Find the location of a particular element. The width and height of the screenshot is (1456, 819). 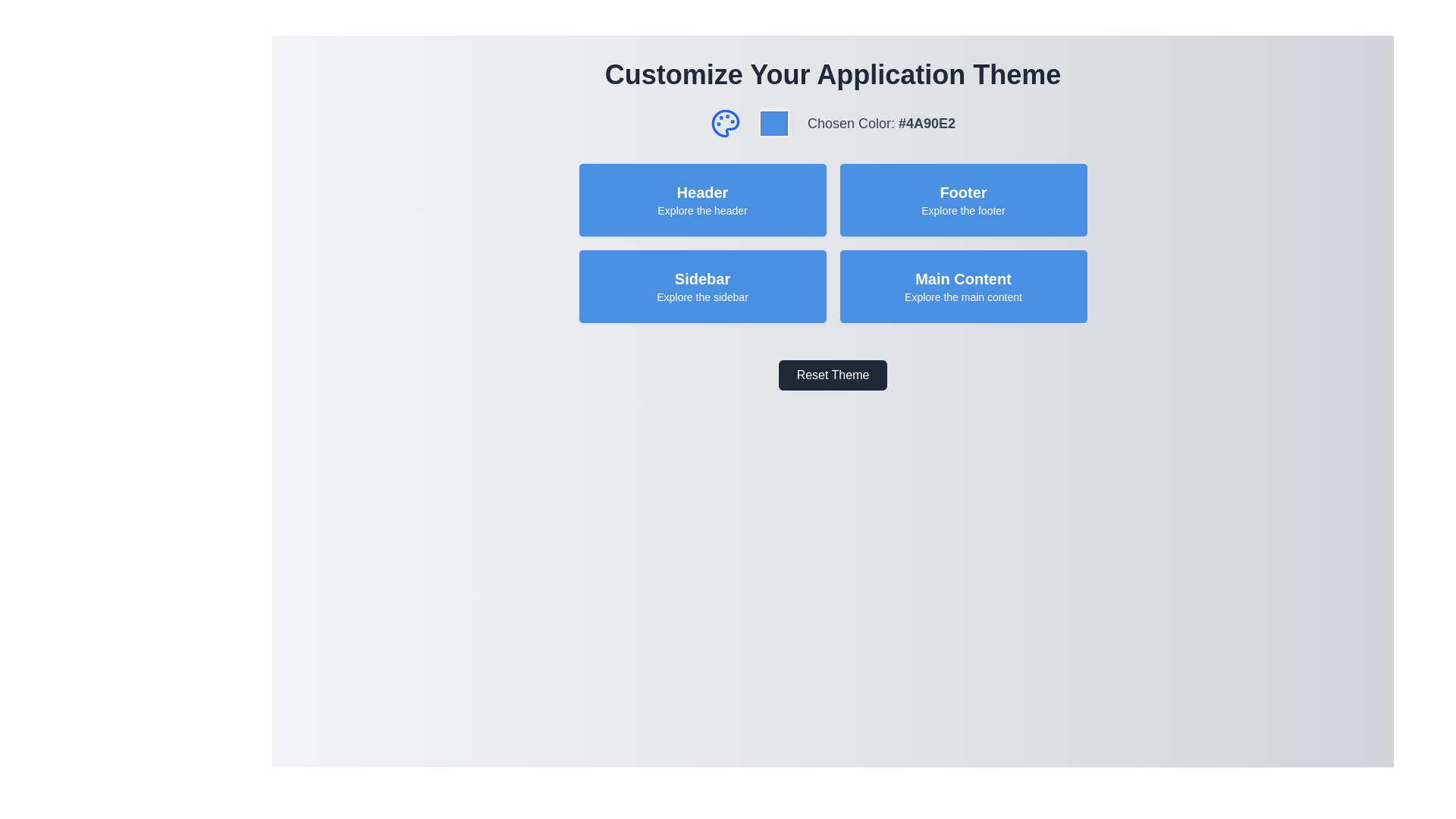

the rectangular button with a blue background labeled 'Main Content' is located at coordinates (962, 287).